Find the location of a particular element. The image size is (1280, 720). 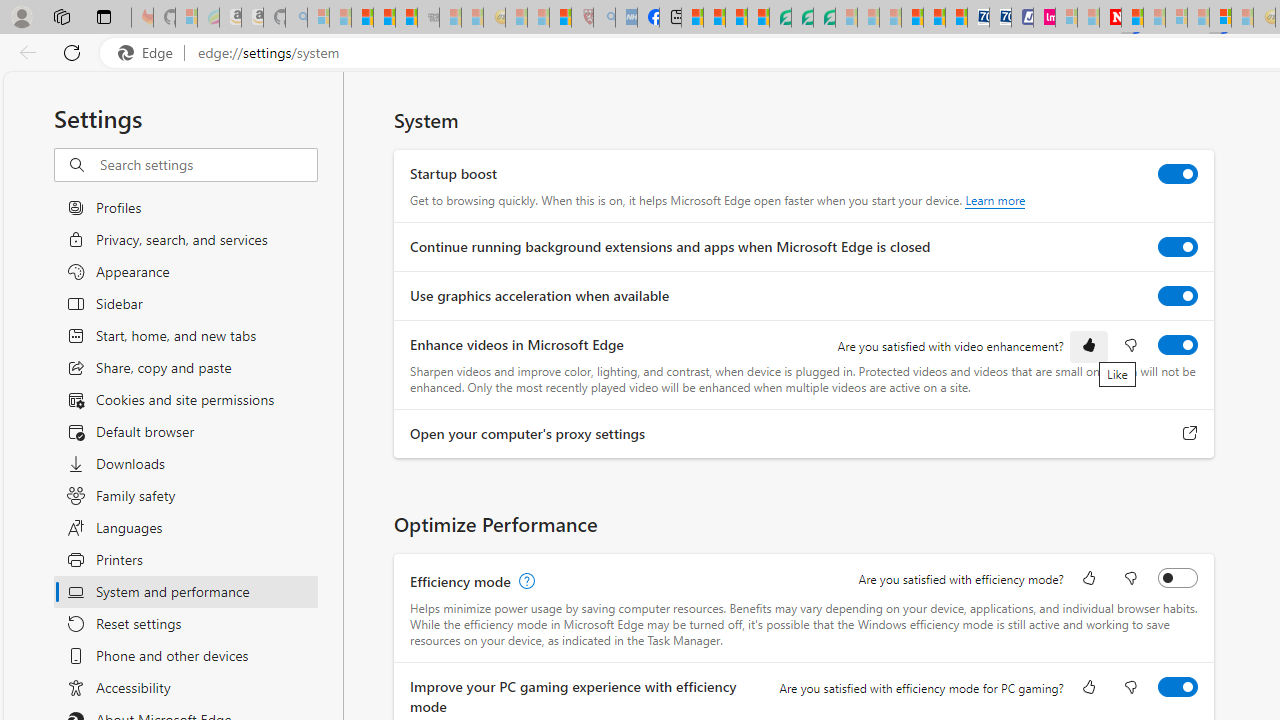

'Terms of Use Agreement' is located at coordinates (802, 17).